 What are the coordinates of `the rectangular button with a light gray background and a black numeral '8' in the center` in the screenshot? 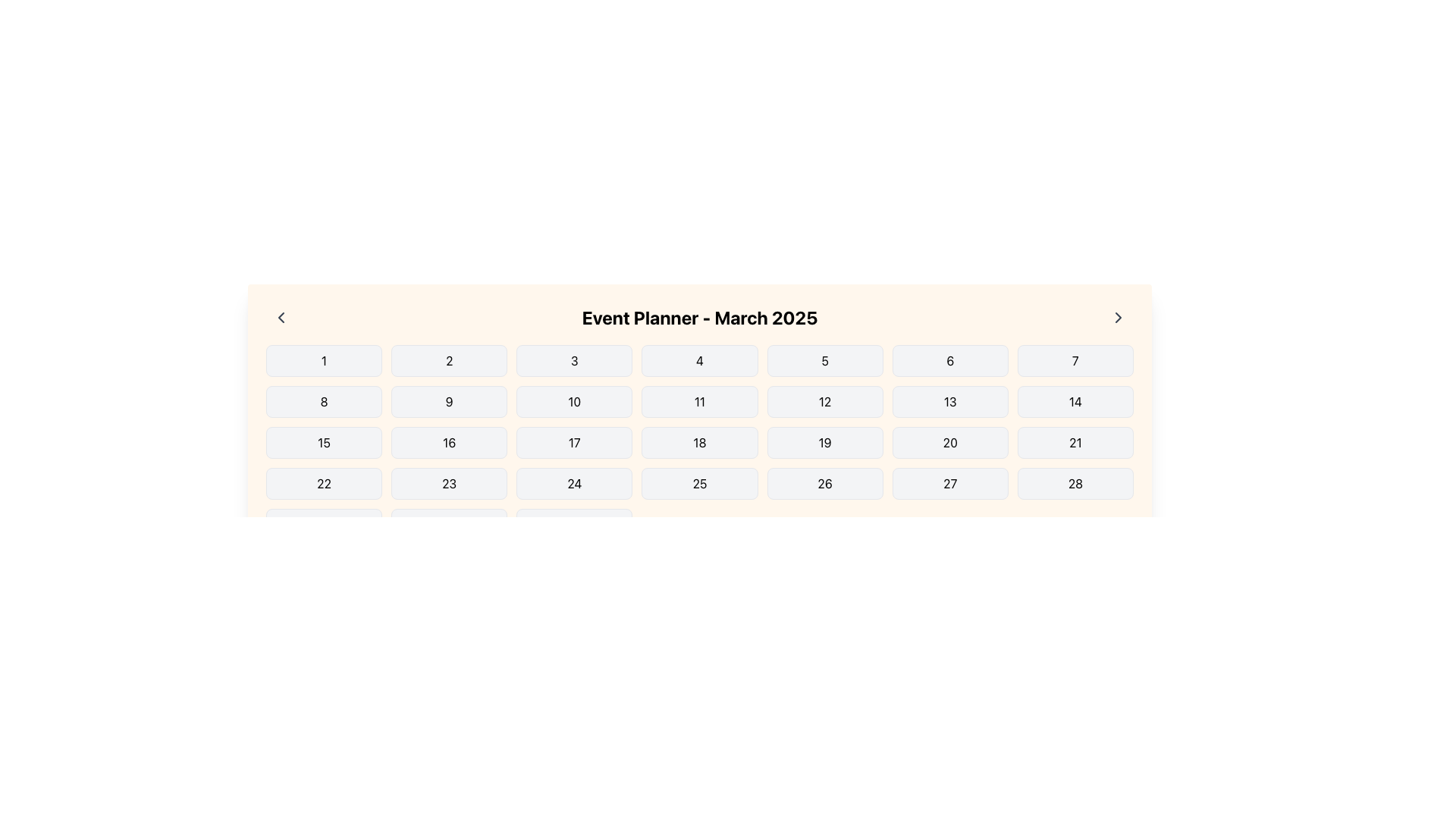 It's located at (323, 400).